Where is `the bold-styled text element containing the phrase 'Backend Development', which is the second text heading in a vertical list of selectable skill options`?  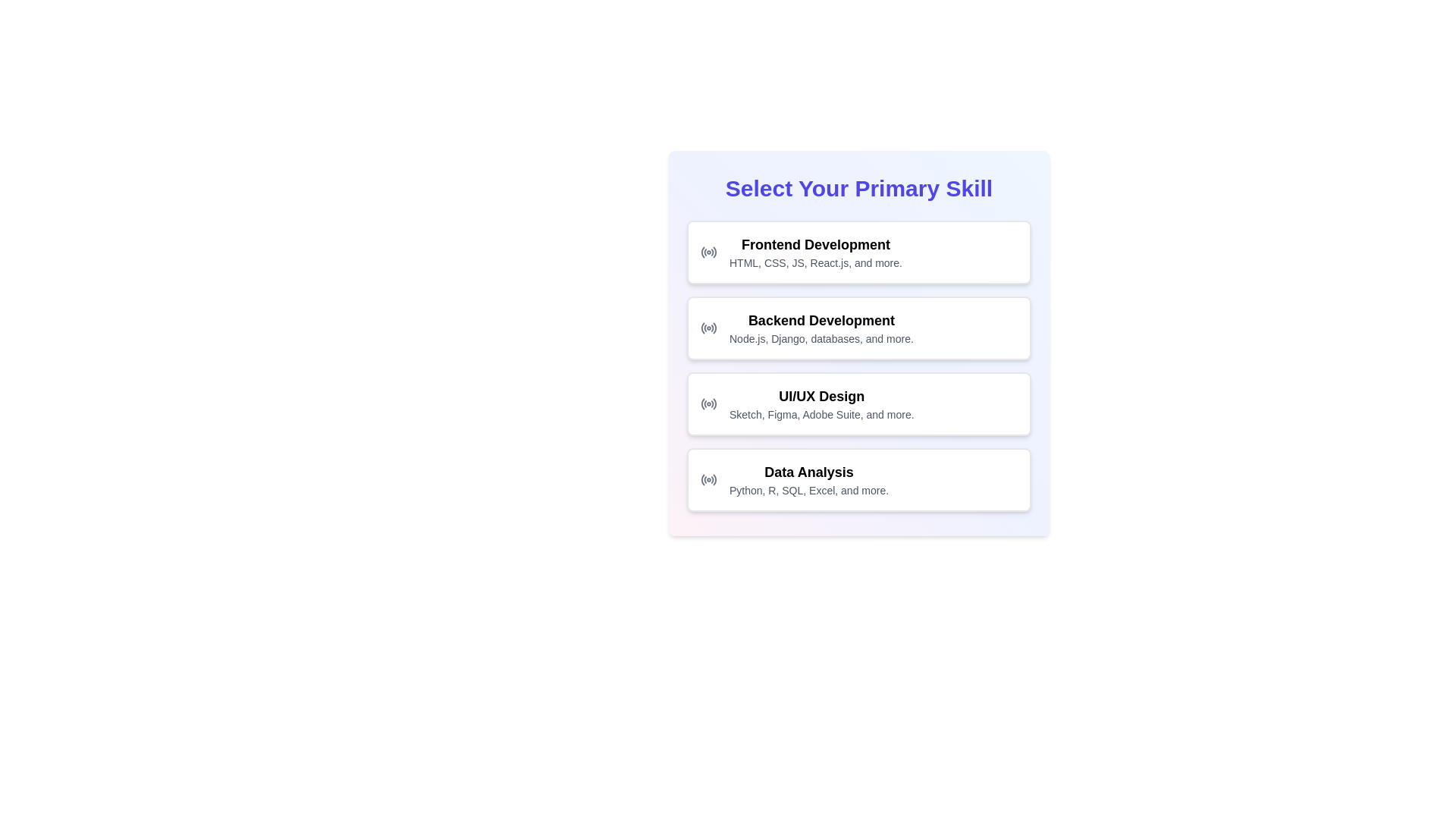 the bold-styled text element containing the phrase 'Backend Development', which is the second text heading in a vertical list of selectable skill options is located at coordinates (821, 320).